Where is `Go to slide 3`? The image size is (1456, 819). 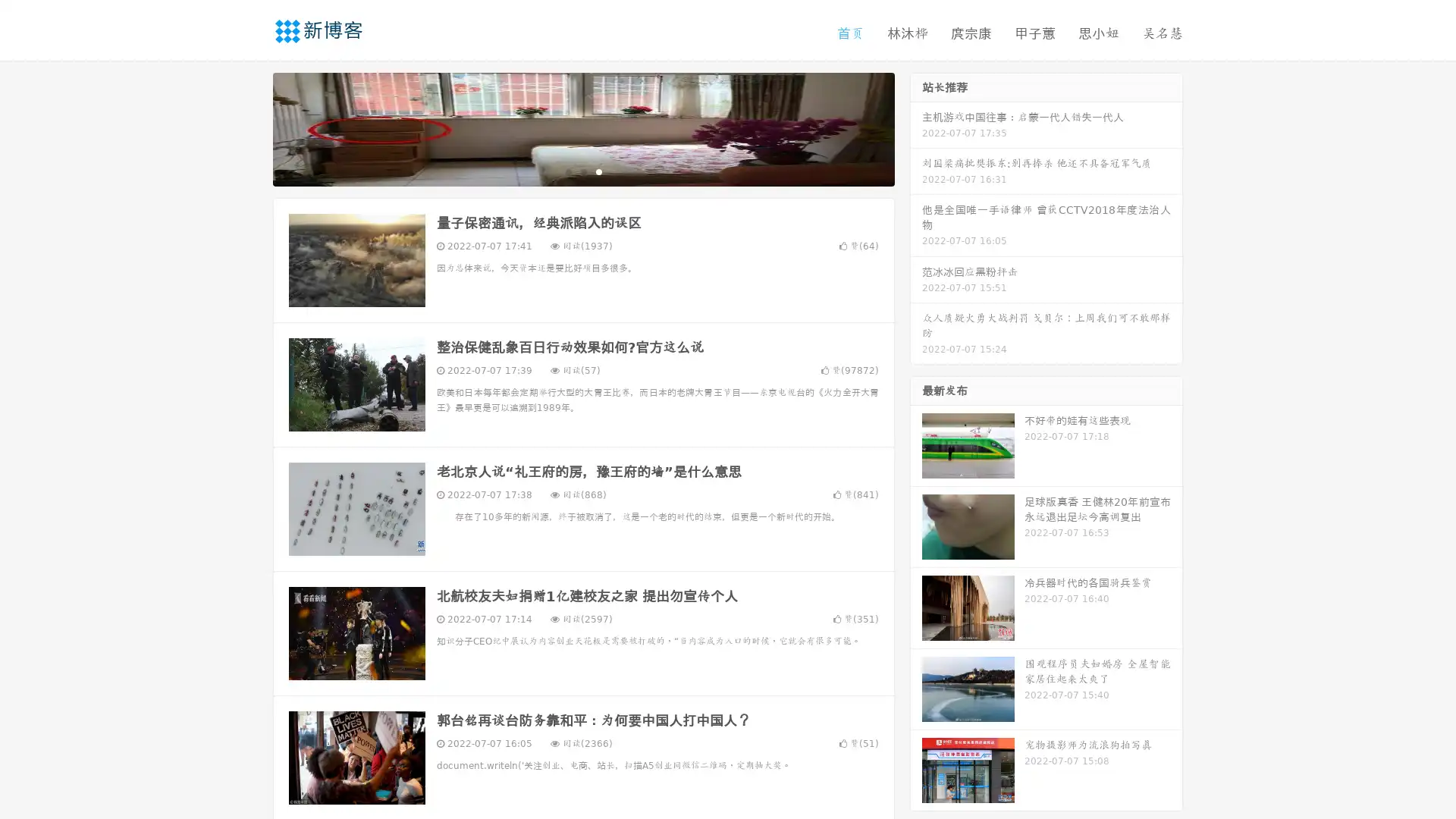
Go to slide 3 is located at coordinates (598, 171).